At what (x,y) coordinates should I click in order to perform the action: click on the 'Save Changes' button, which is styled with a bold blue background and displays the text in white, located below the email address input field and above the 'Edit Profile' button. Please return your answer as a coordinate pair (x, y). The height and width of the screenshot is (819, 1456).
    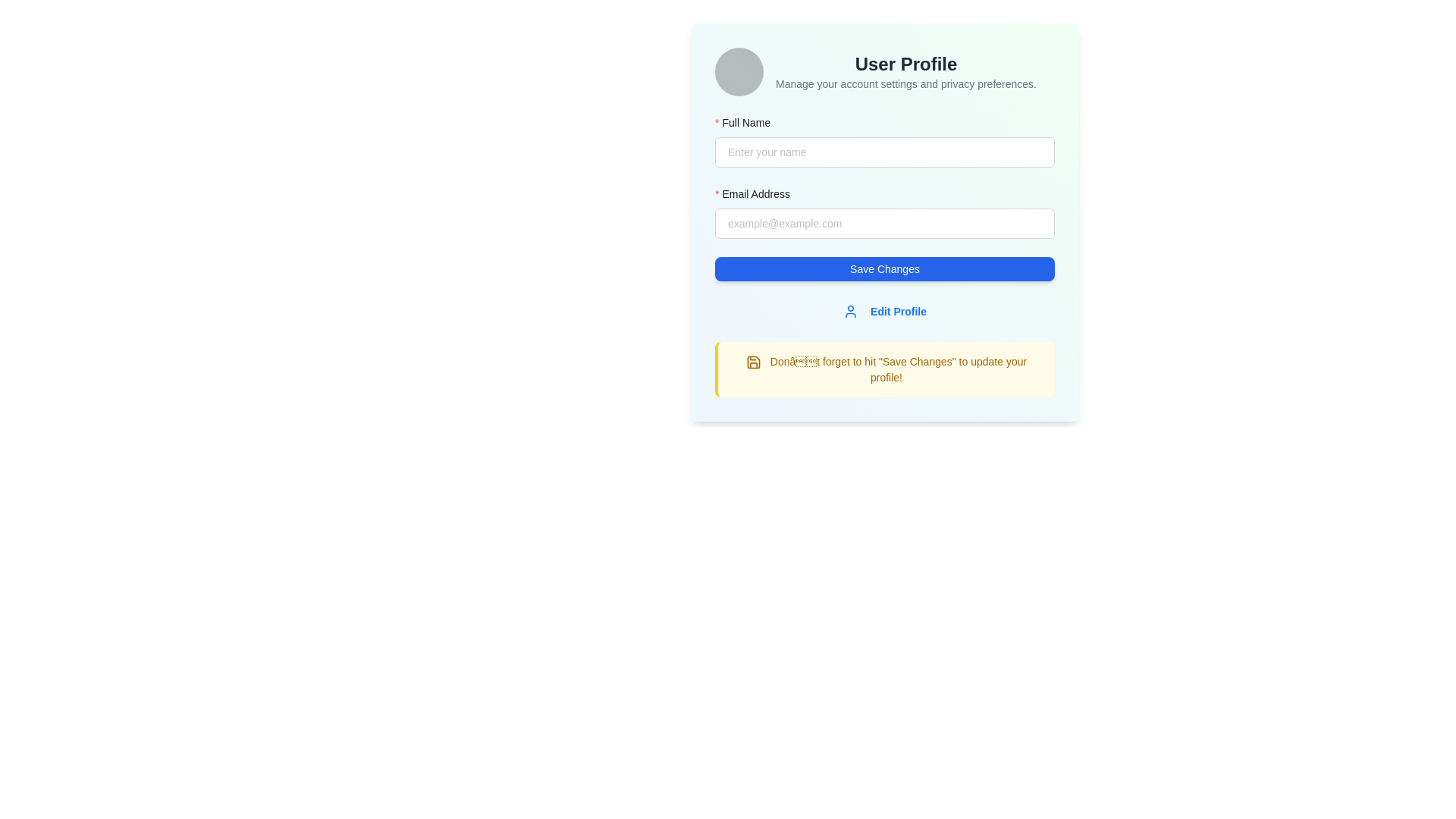
    Looking at the image, I should click on (884, 268).